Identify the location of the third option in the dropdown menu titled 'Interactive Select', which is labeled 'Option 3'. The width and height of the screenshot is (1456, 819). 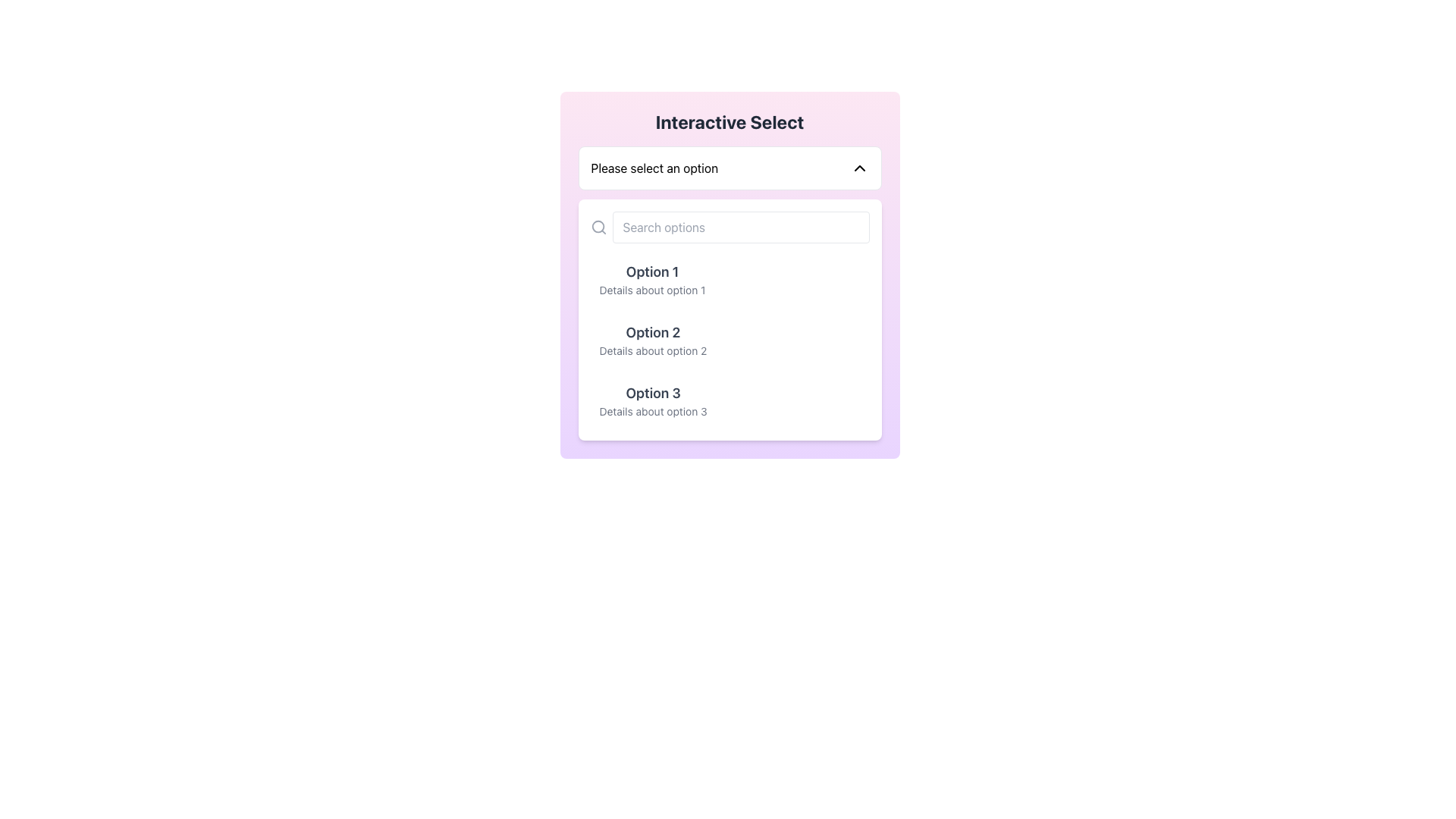
(653, 400).